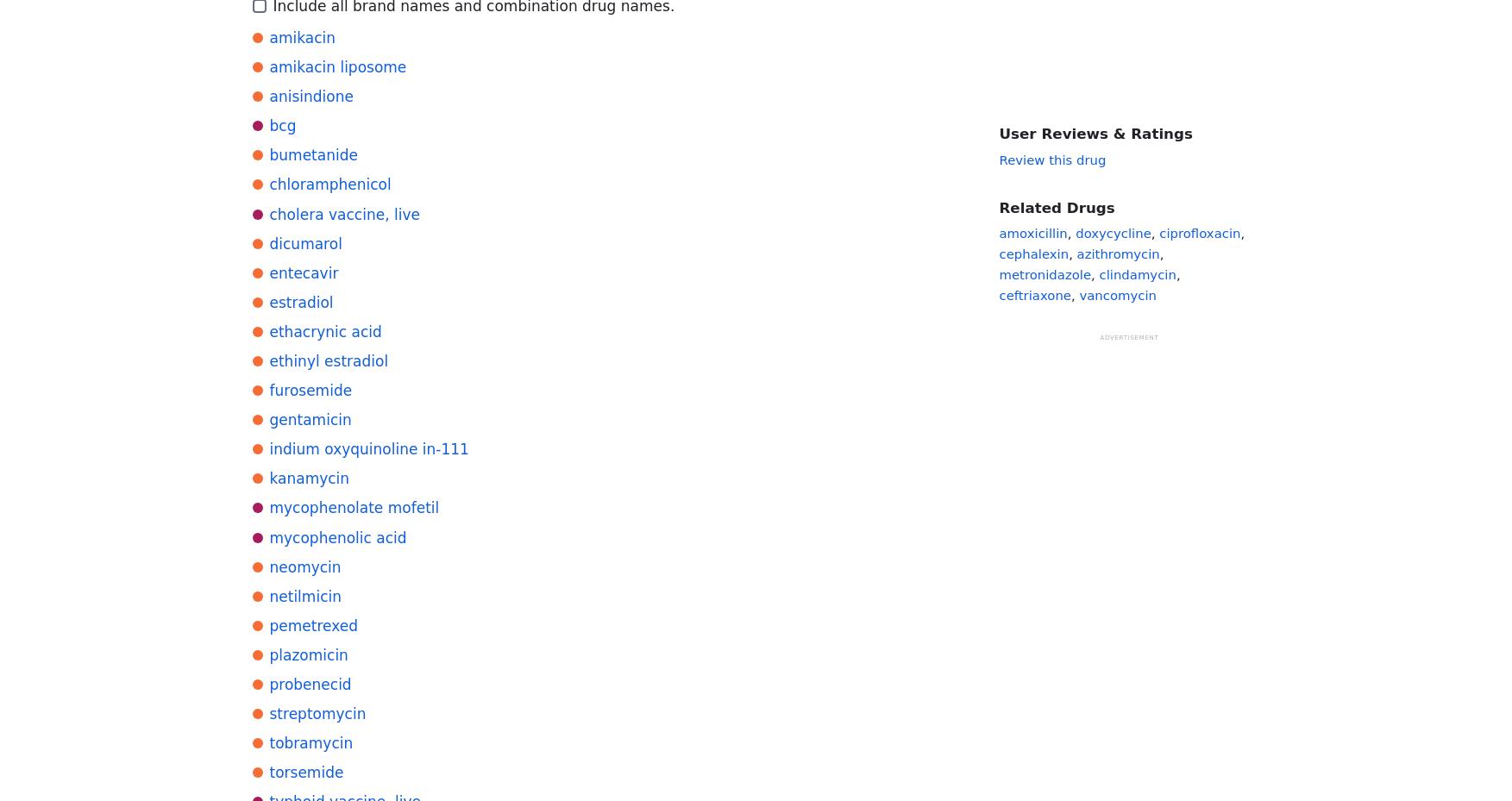  I want to click on 'neomycin', so click(304, 566).